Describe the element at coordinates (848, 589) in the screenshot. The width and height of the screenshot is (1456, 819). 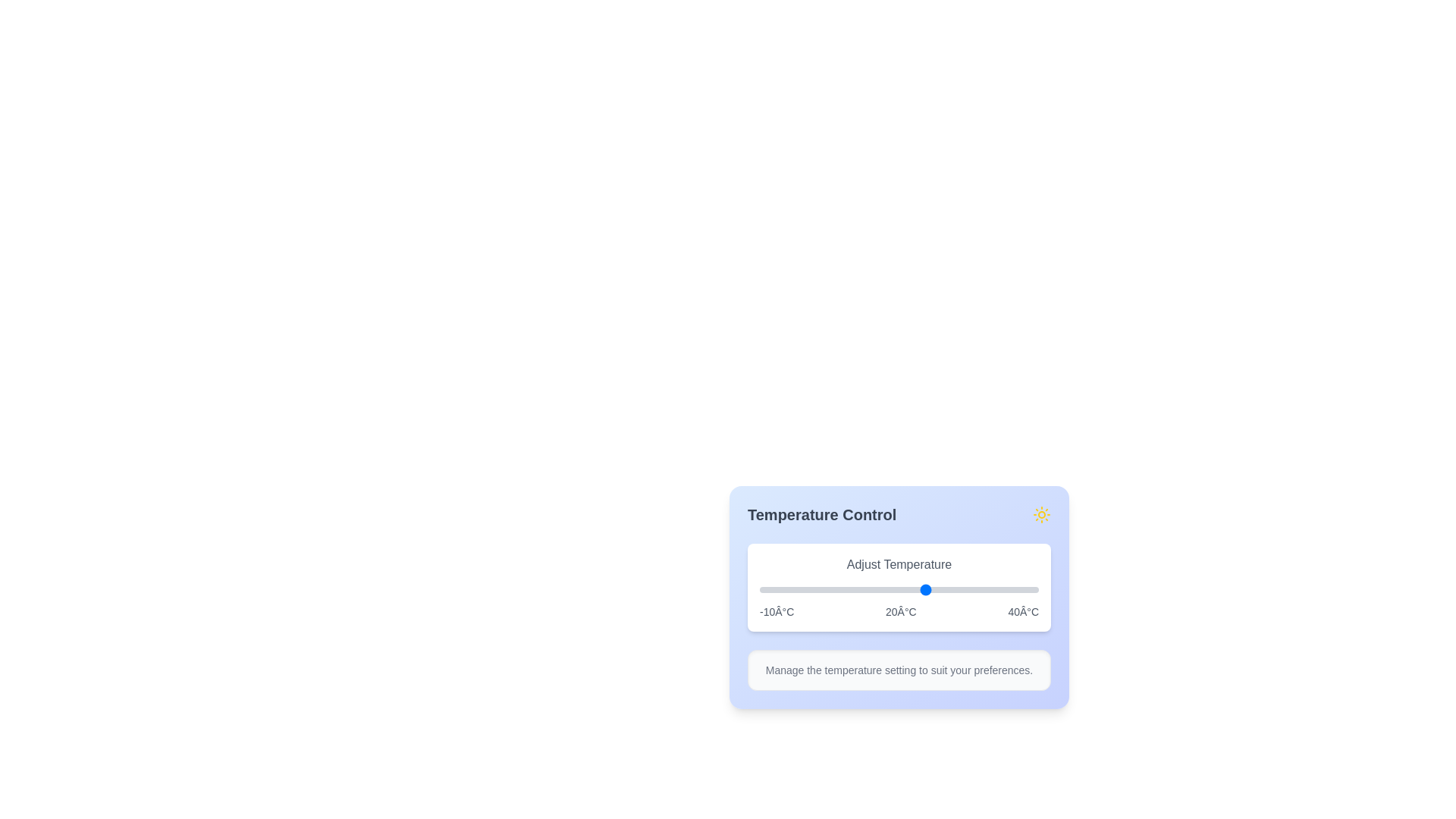
I see `the slider to set the temperature to 6°C` at that location.